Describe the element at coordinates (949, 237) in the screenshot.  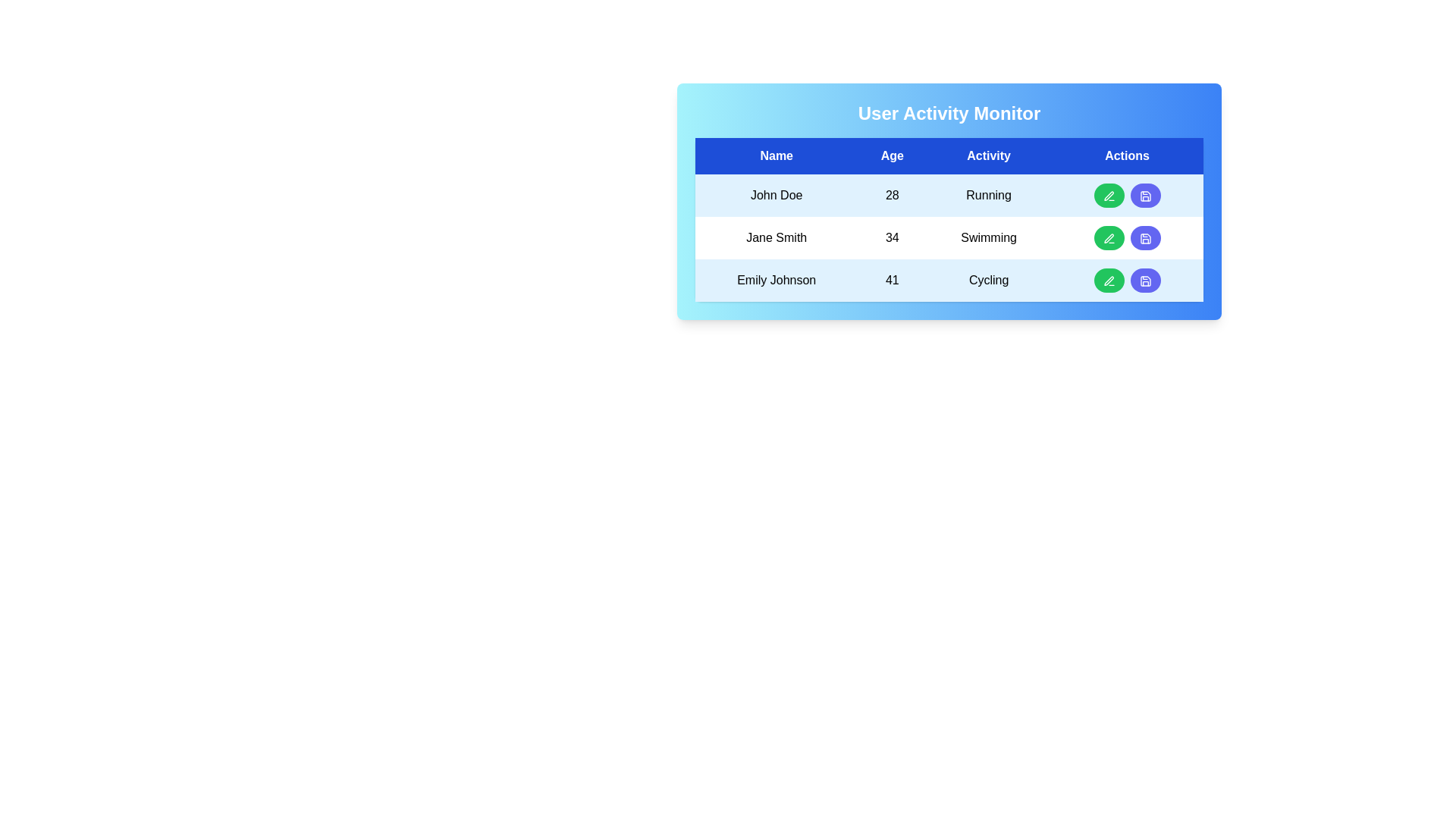
I see `the row corresponding to Jane Smith` at that location.